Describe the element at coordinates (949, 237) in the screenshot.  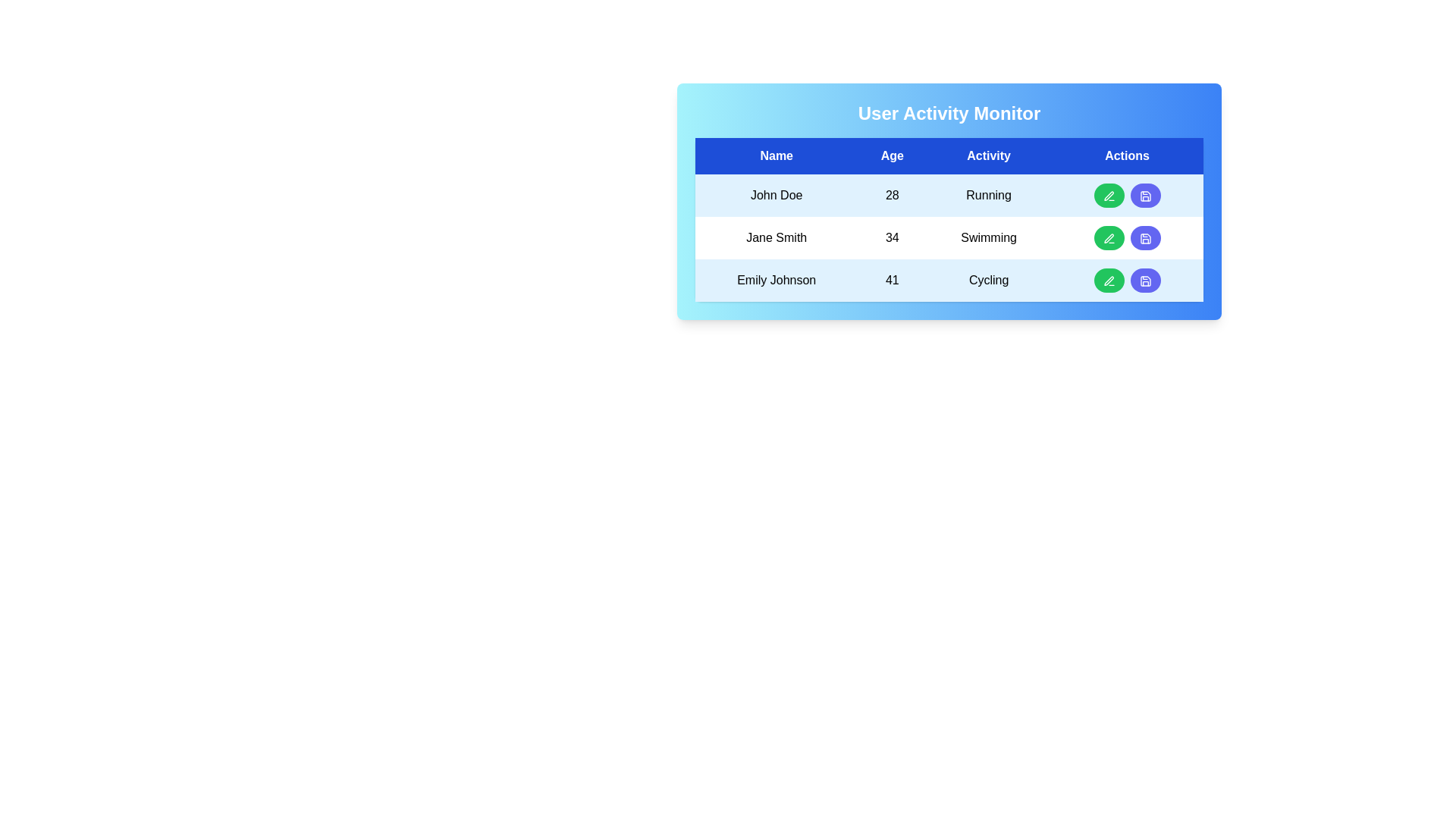
I see `the row corresponding to Jane Smith` at that location.